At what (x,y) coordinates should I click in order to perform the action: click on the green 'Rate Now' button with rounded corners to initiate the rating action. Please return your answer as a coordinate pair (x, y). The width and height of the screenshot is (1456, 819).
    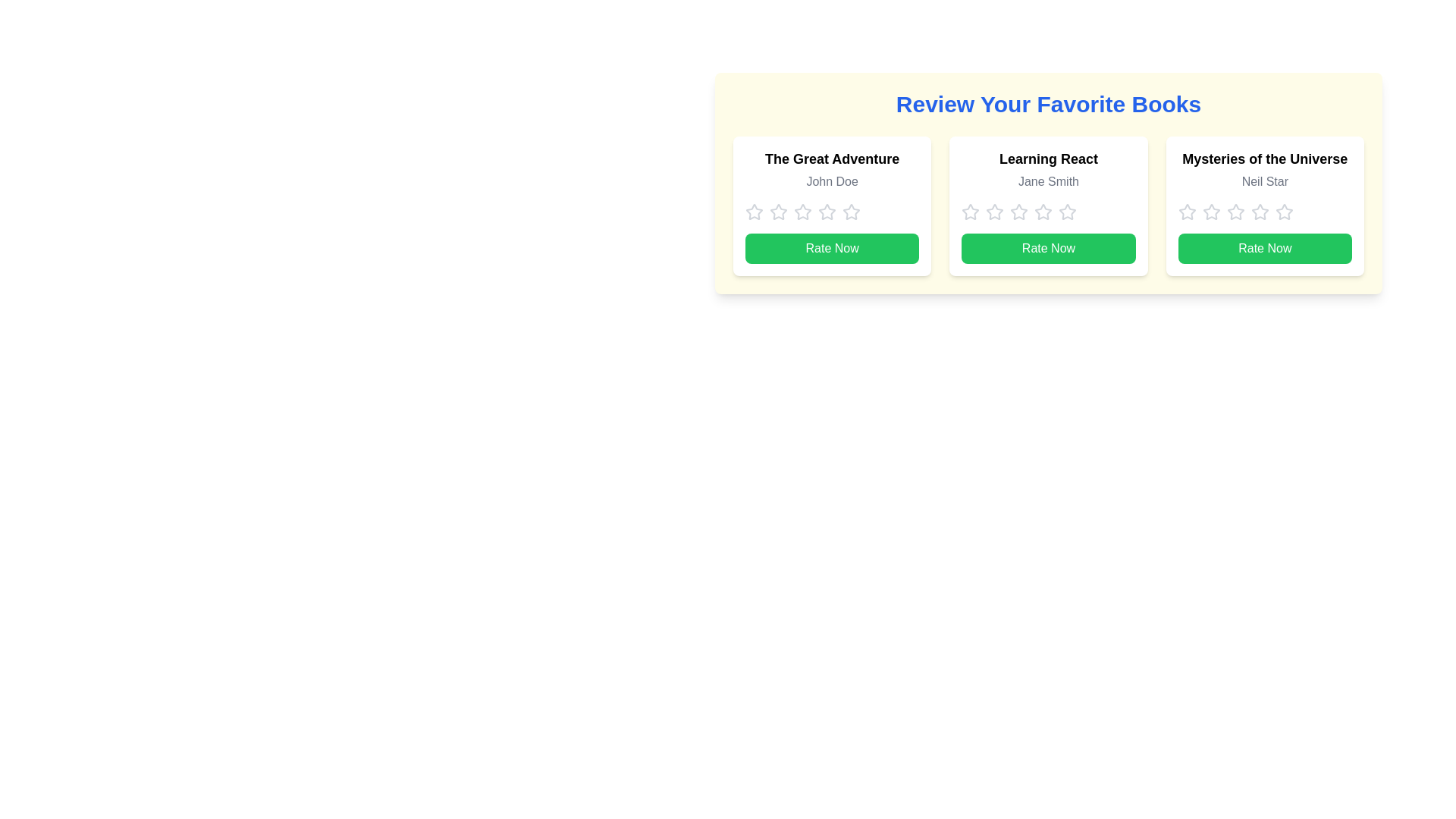
    Looking at the image, I should click on (831, 247).